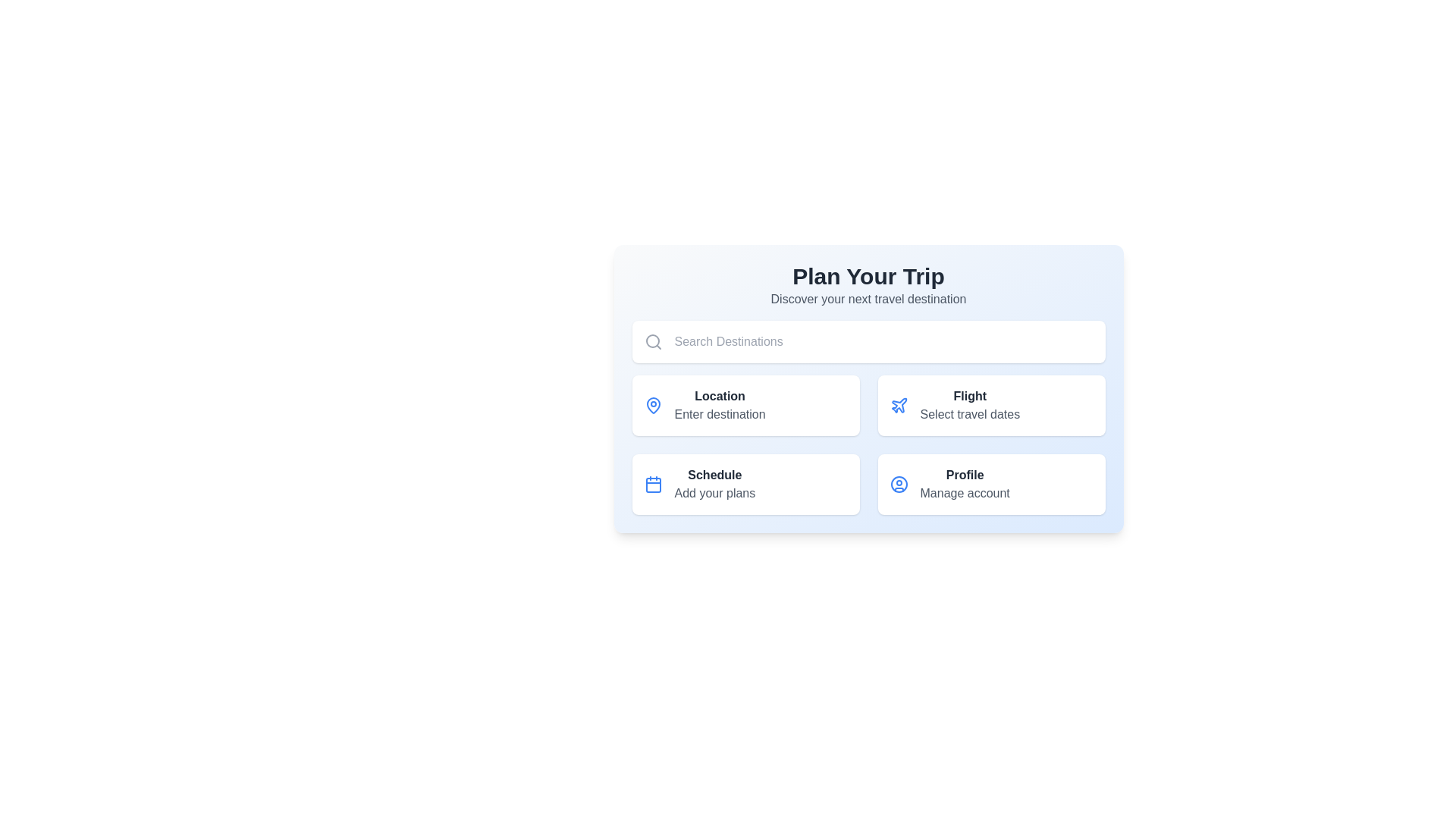  I want to click on the icon representing the 'Profile Manage account' section, located in the lower-right corner of the interface under 'Plan Your Trip', so click(899, 485).